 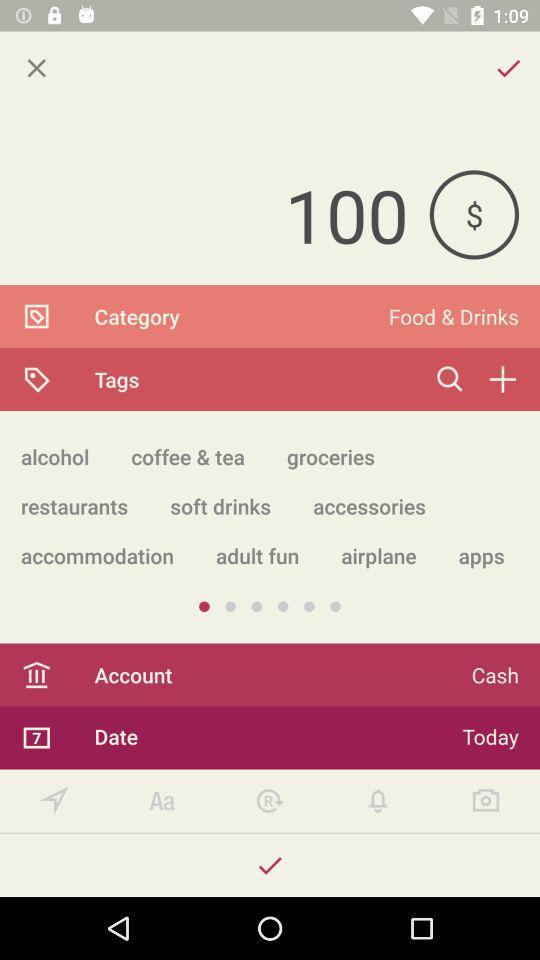 What do you see at coordinates (257, 555) in the screenshot?
I see `the item next to airplane item` at bounding box center [257, 555].